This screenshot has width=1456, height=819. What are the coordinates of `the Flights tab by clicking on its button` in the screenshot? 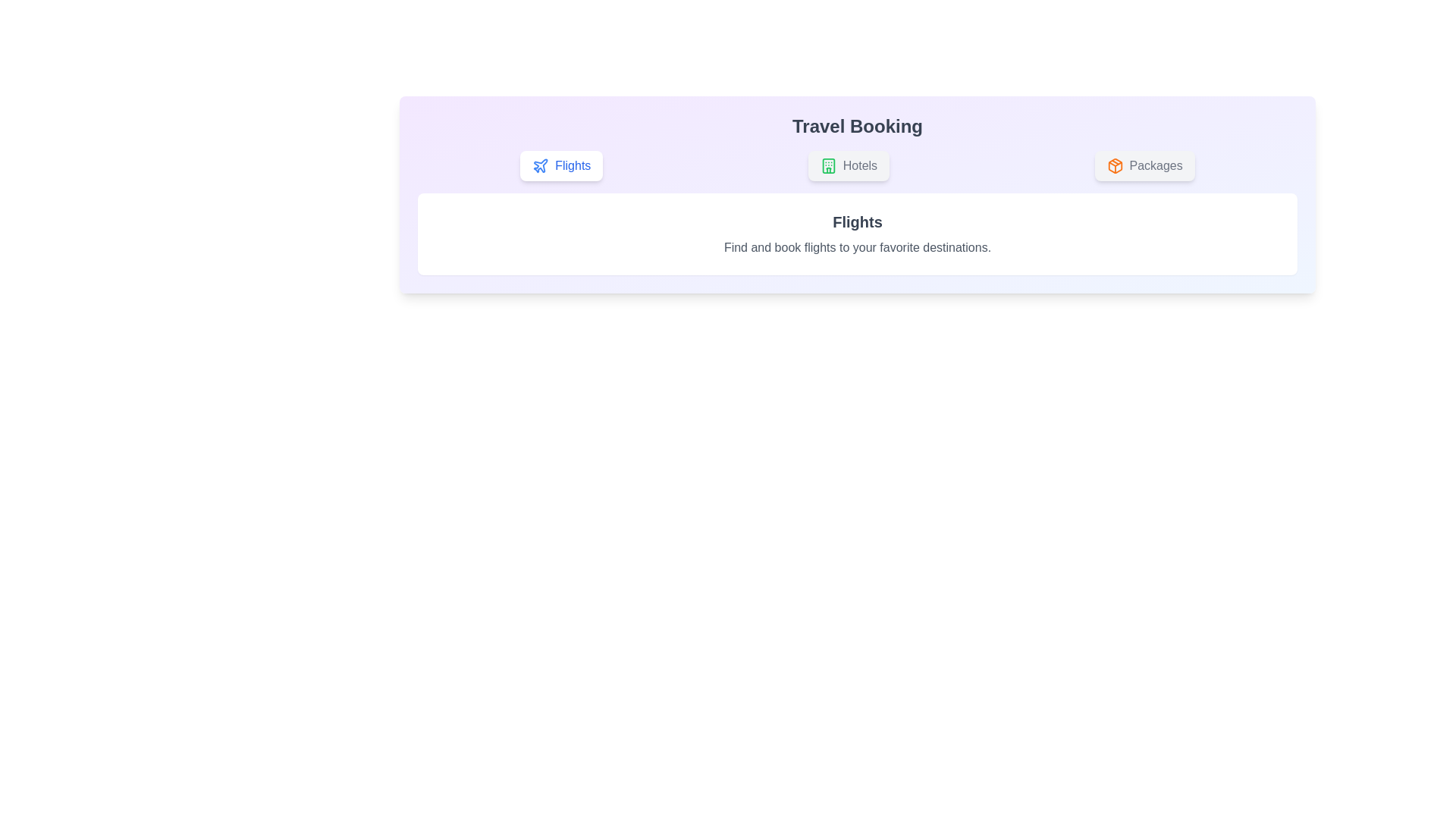 It's located at (560, 166).